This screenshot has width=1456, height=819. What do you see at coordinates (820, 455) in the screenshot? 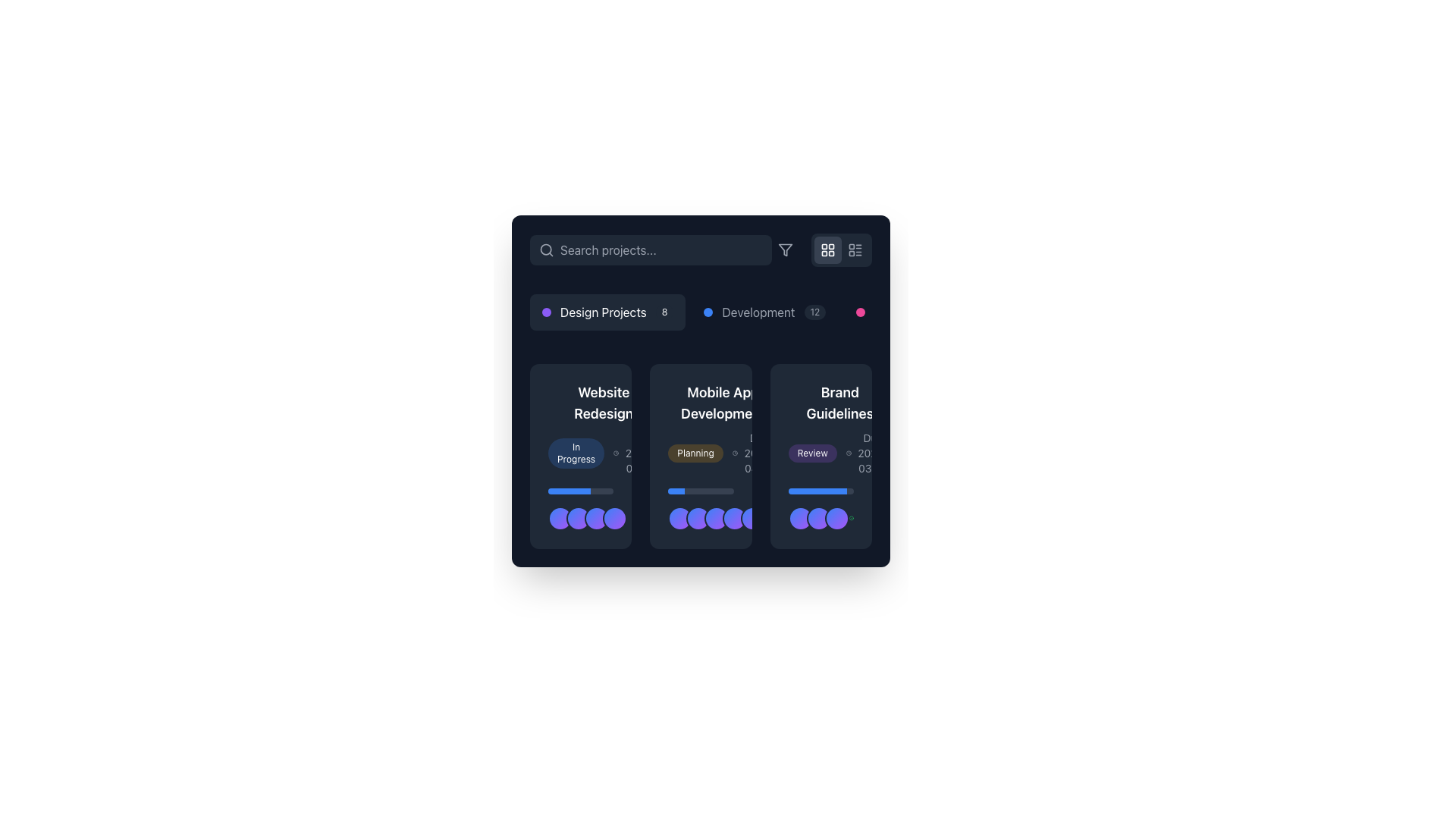
I see `to select the 'Brand Guidelines' project card, which is the third card from the left in a grid layout, displaying project details such as status and due date` at bounding box center [820, 455].